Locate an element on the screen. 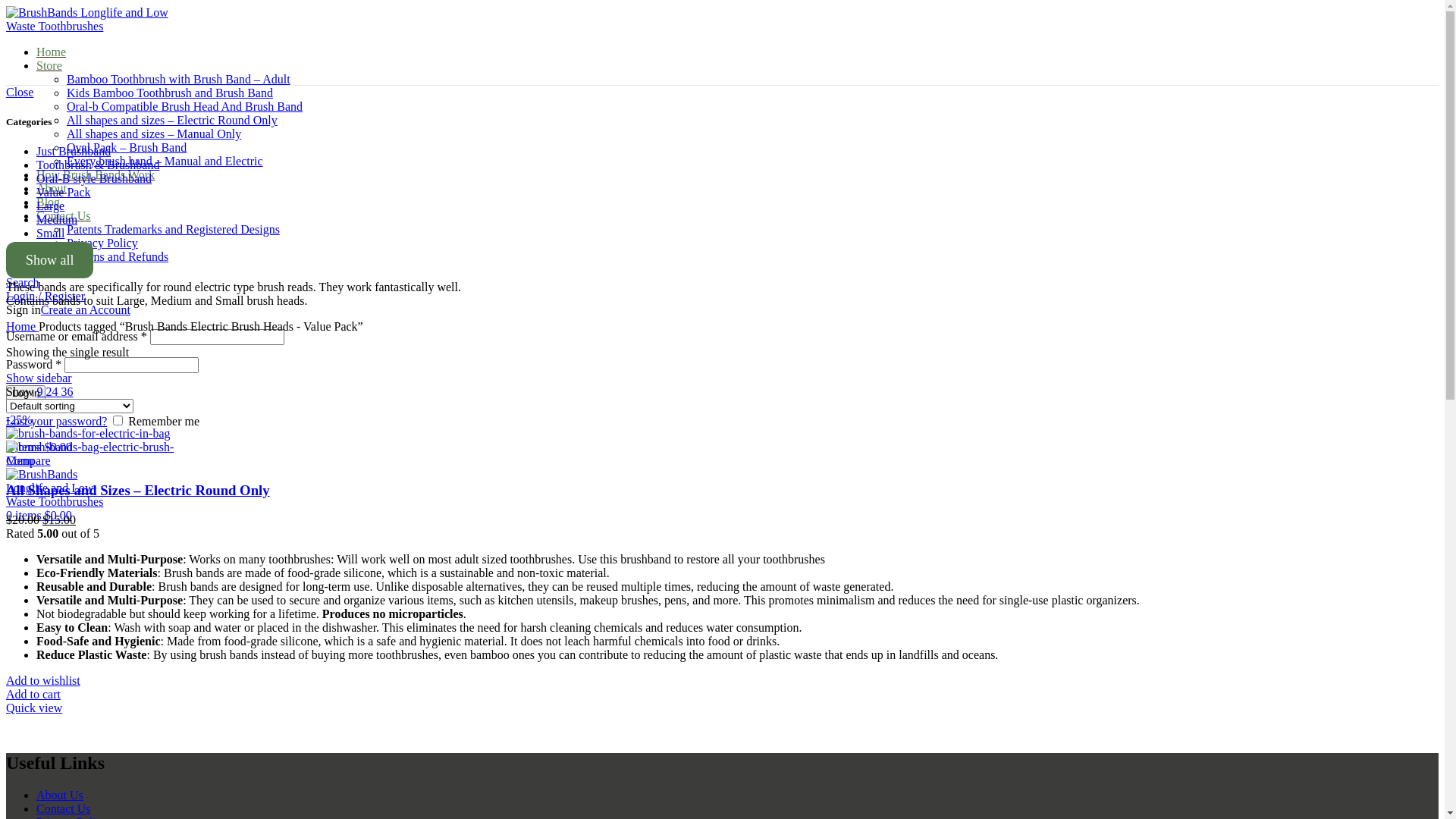 Image resolution: width=1456 pixels, height=819 pixels. '9' is located at coordinates (40, 391).